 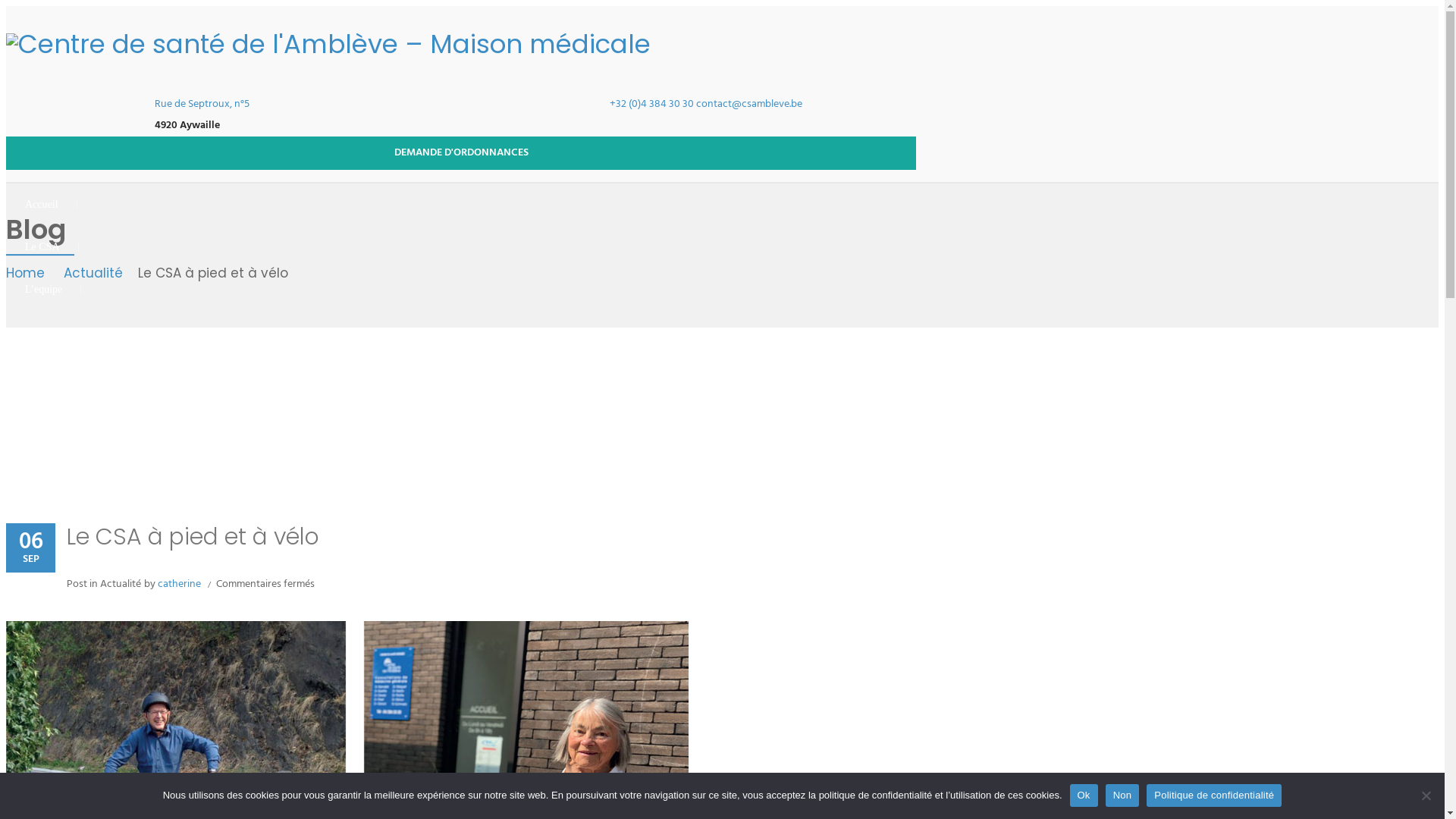 I want to click on 'contact@csambleve.be', so click(x=749, y=103).